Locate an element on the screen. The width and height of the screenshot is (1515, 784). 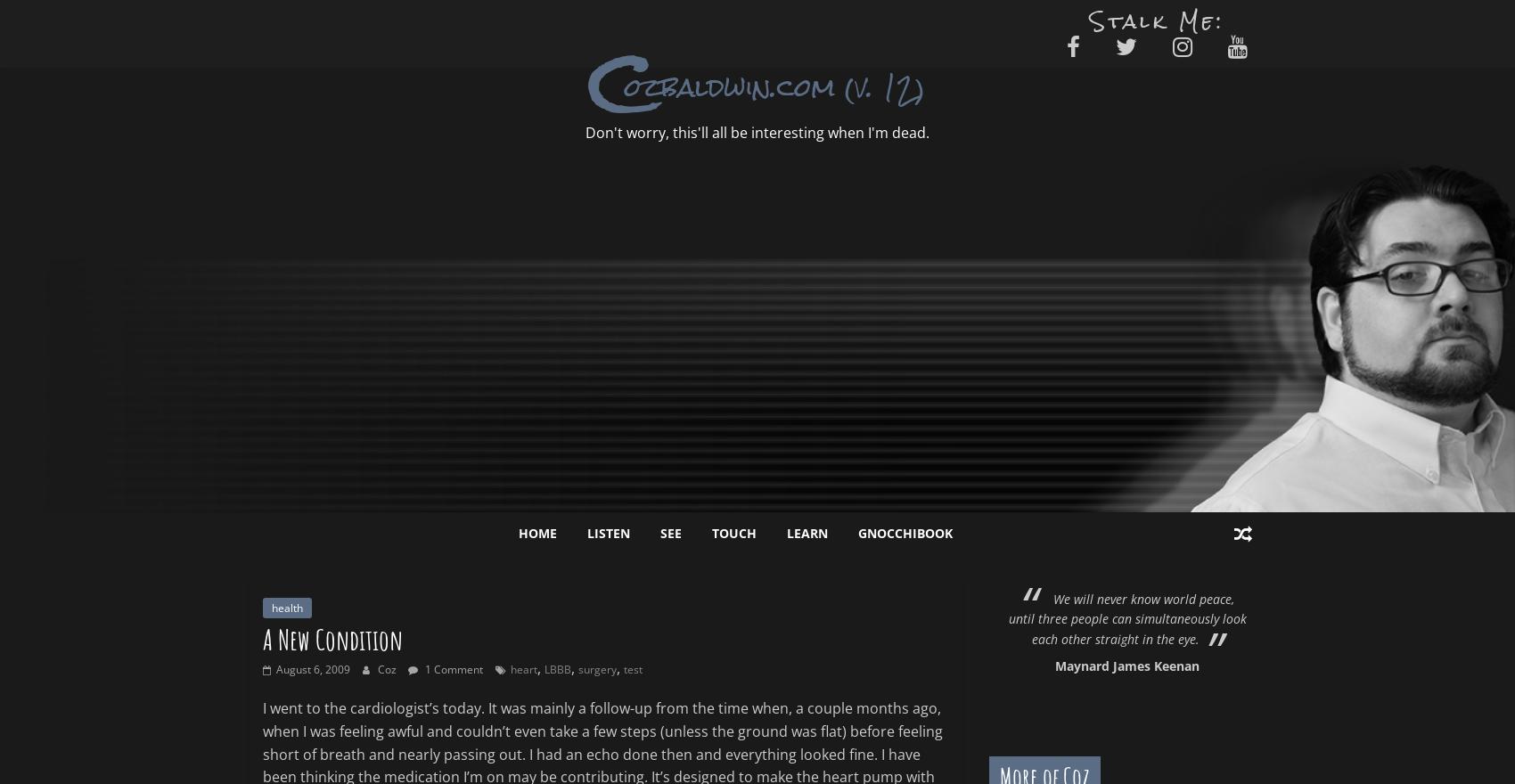
'Let's be honest, if one person believed in God he would be considered pretty strange.' is located at coordinates (1255, 617).